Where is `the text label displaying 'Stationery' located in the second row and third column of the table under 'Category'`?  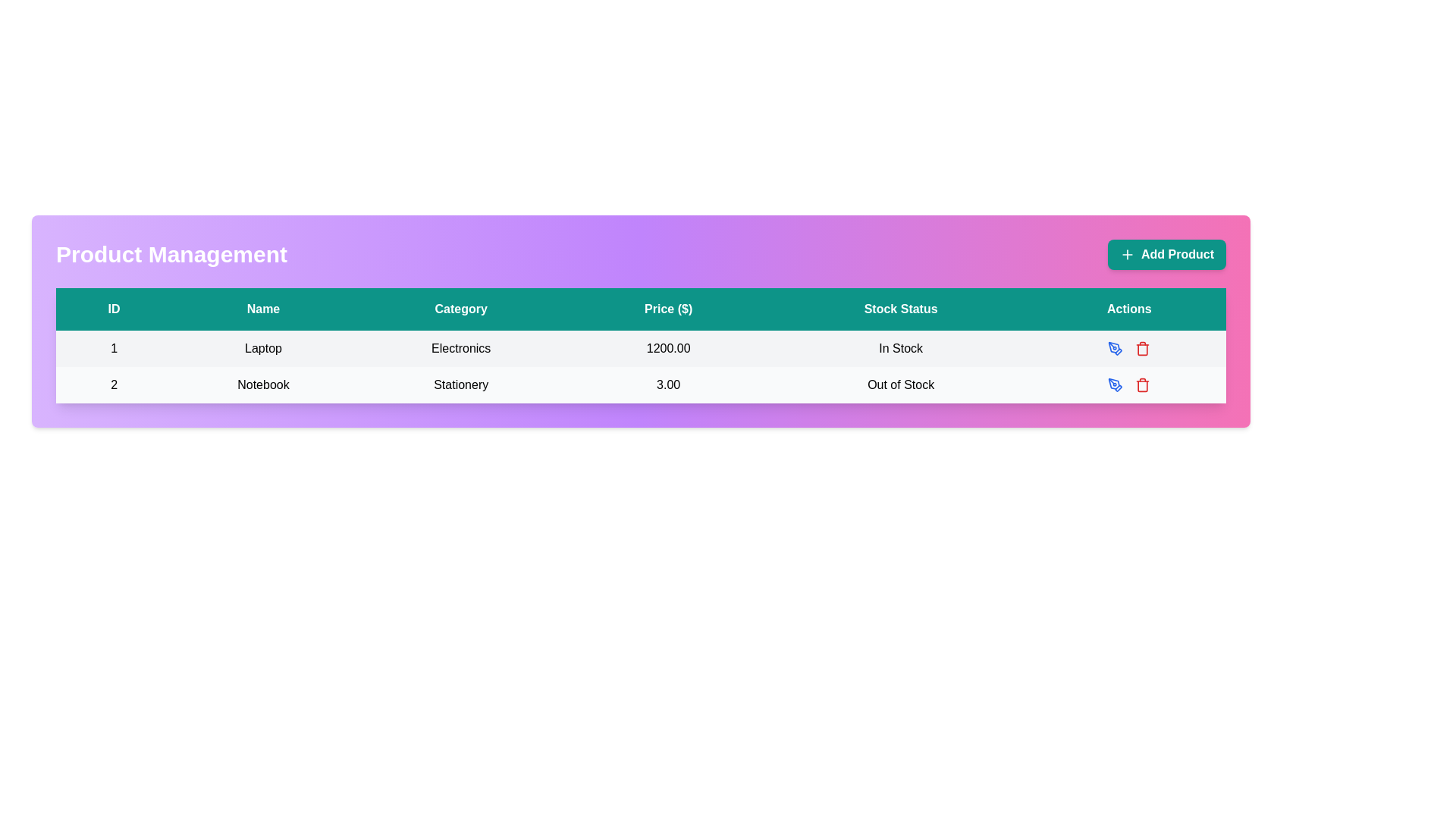
the text label displaying 'Stationery' located in the second row and third column of the table under 'Category' is located at coordinates (460, 384).